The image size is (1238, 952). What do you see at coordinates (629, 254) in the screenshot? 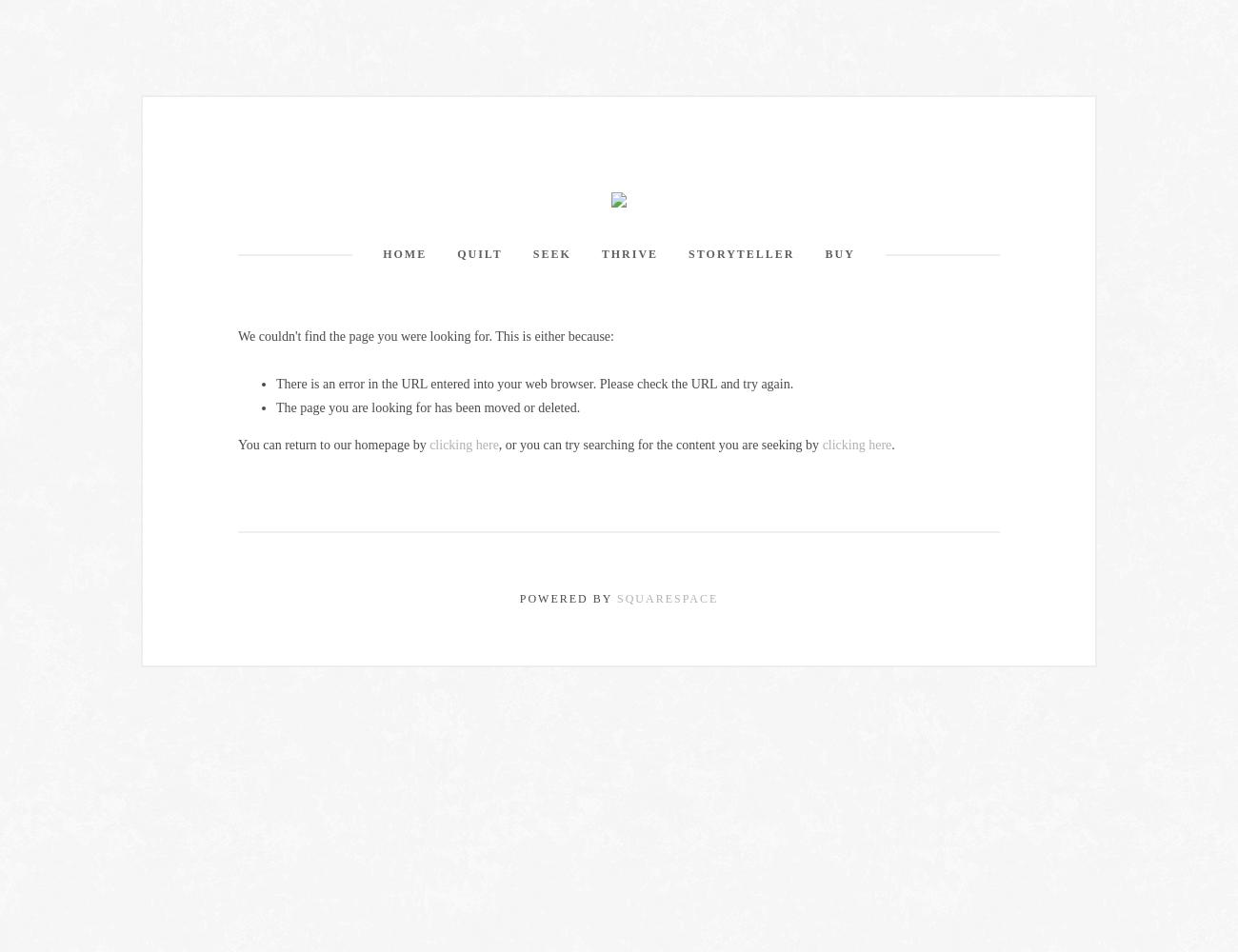
I see `'Thrive'` at bounding box center [629, 254].